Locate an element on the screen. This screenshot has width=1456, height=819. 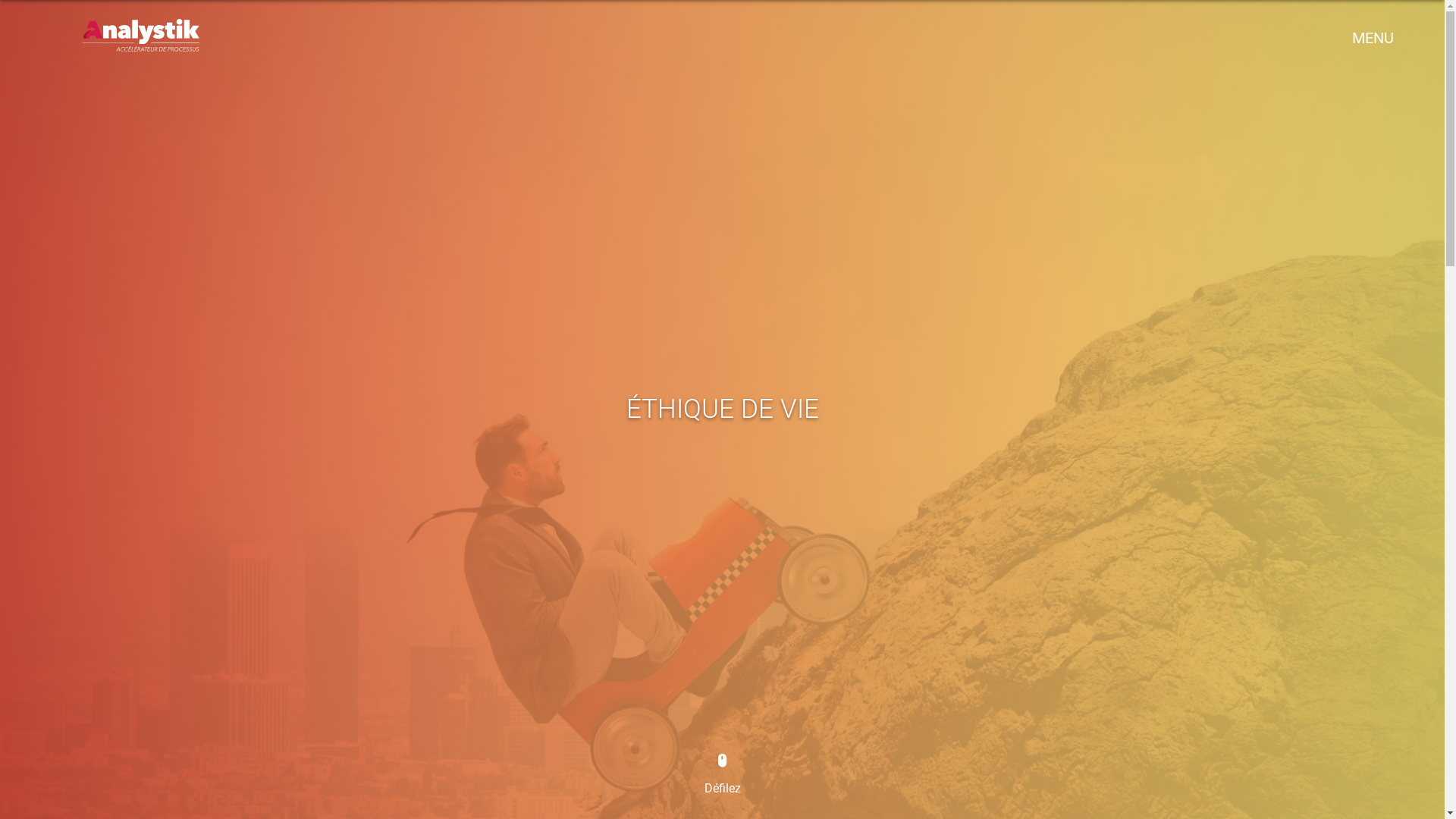
'x' is located at coordinates (1398, 22).